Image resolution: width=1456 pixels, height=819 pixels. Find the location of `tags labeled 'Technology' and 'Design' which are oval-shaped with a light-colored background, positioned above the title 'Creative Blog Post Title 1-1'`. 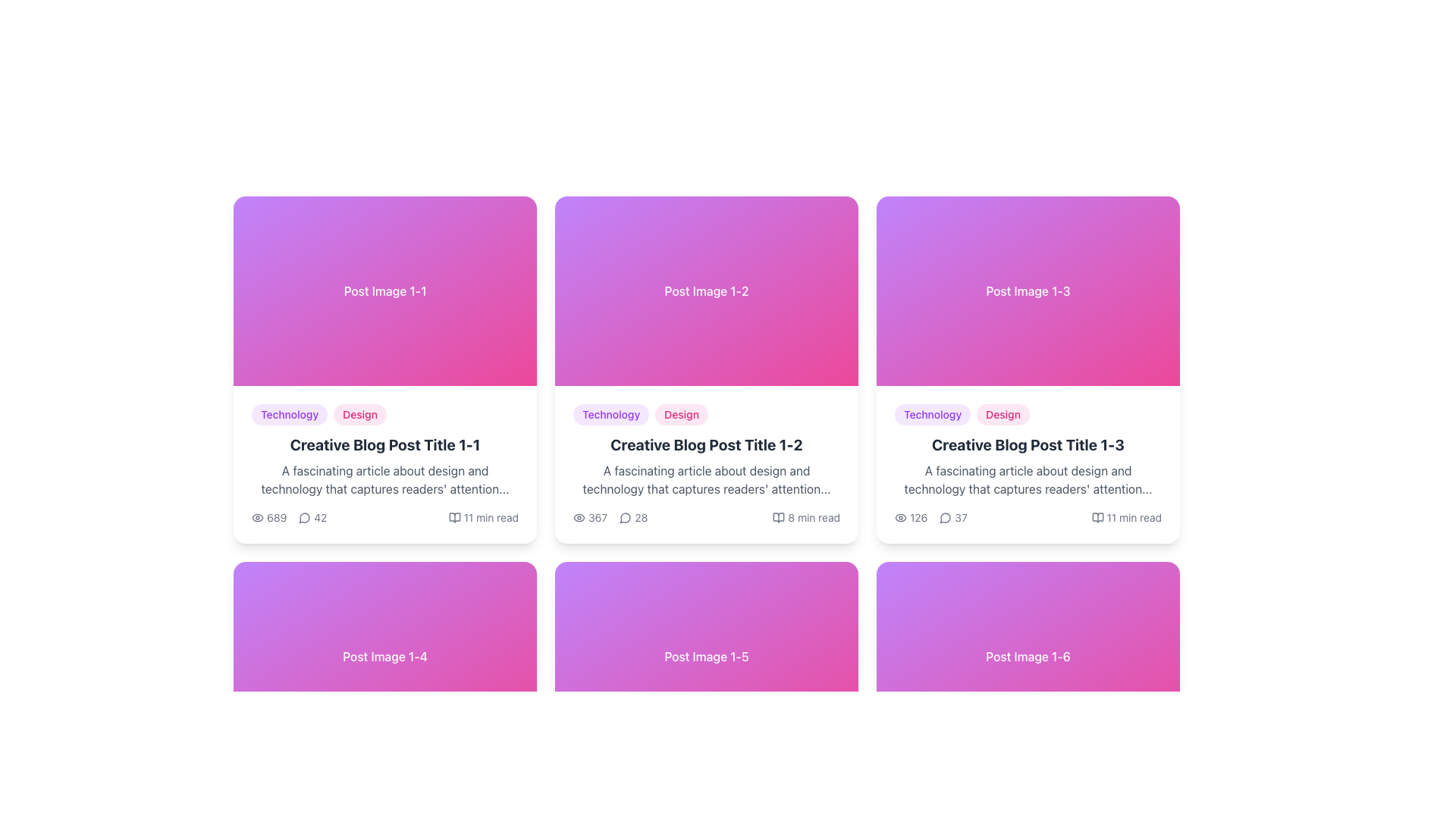

tags labeled 'Technology' and 'Design' which are oval-shaped with a light-colored background, positioned above the title 'Creative Blog Post Title 1-1' is located at coordinates (385, 415).